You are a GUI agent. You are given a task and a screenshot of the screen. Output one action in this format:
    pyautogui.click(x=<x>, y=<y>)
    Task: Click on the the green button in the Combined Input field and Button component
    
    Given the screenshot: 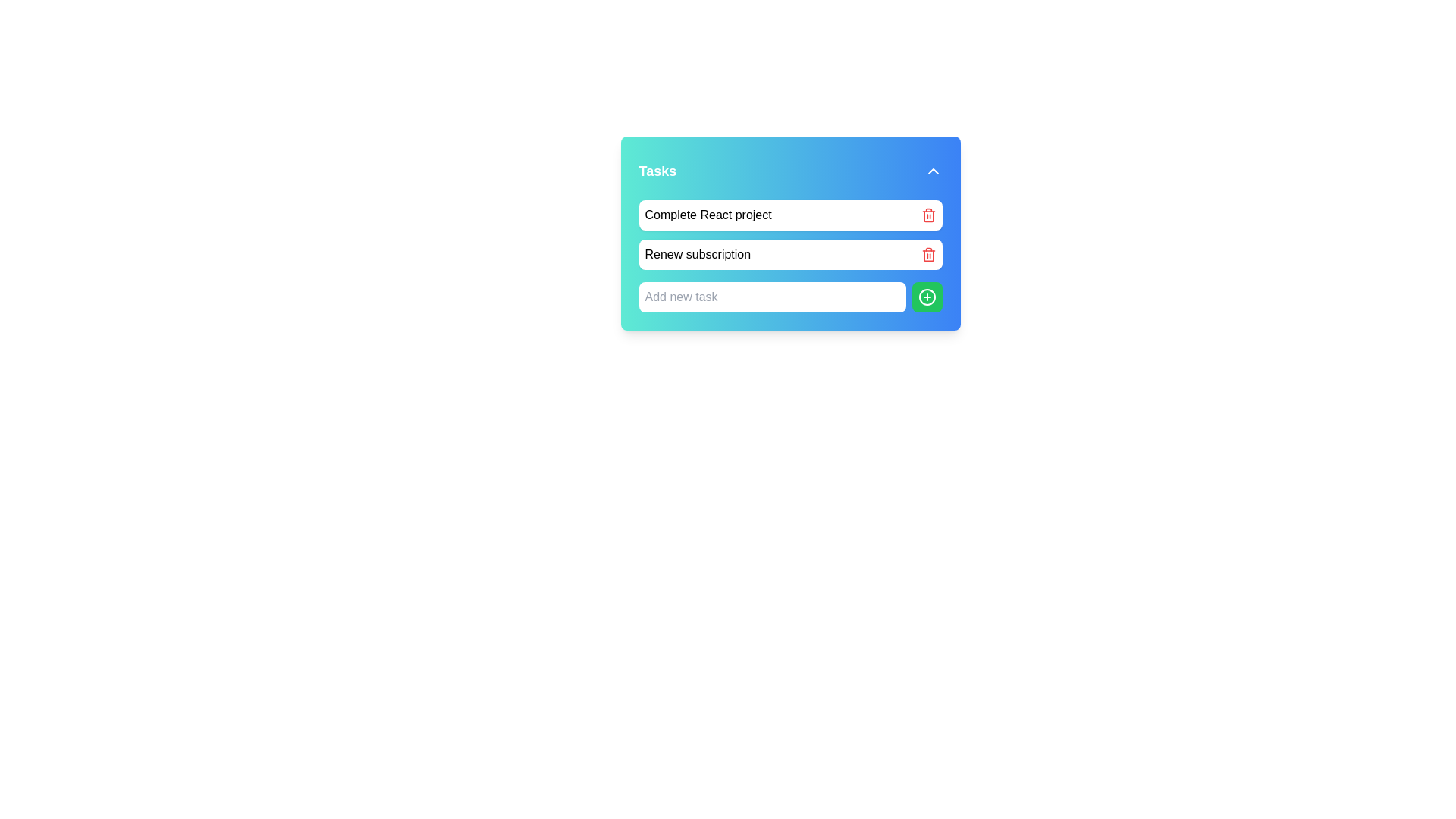 What is the action you would take?
    pyautogui.click(x=789, y=297)
    